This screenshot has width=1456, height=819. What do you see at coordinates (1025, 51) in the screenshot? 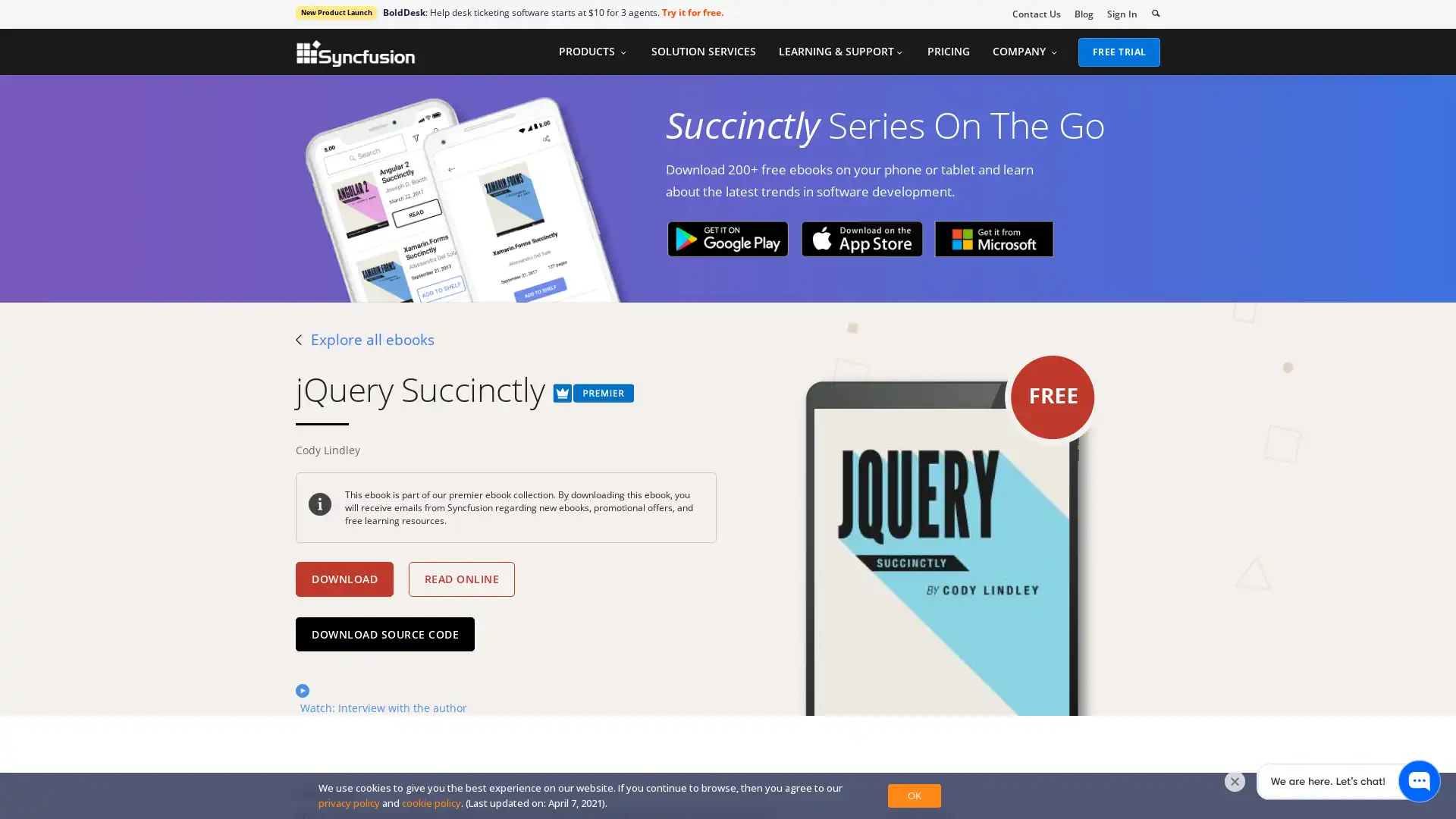
I see `COMPANY` at bounding box center [1025, 51].